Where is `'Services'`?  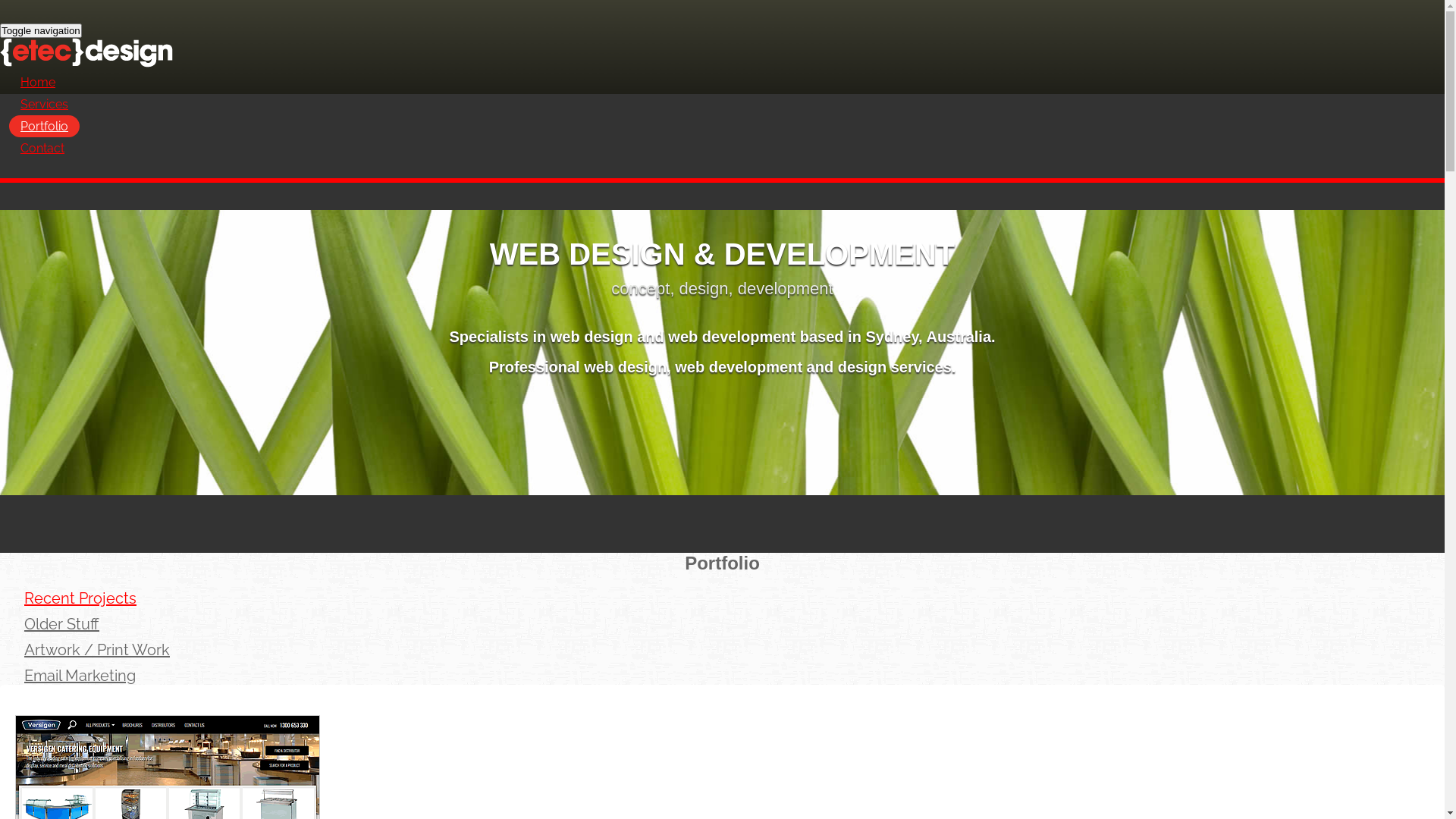 'Services' is located at coordinates (44, 103).